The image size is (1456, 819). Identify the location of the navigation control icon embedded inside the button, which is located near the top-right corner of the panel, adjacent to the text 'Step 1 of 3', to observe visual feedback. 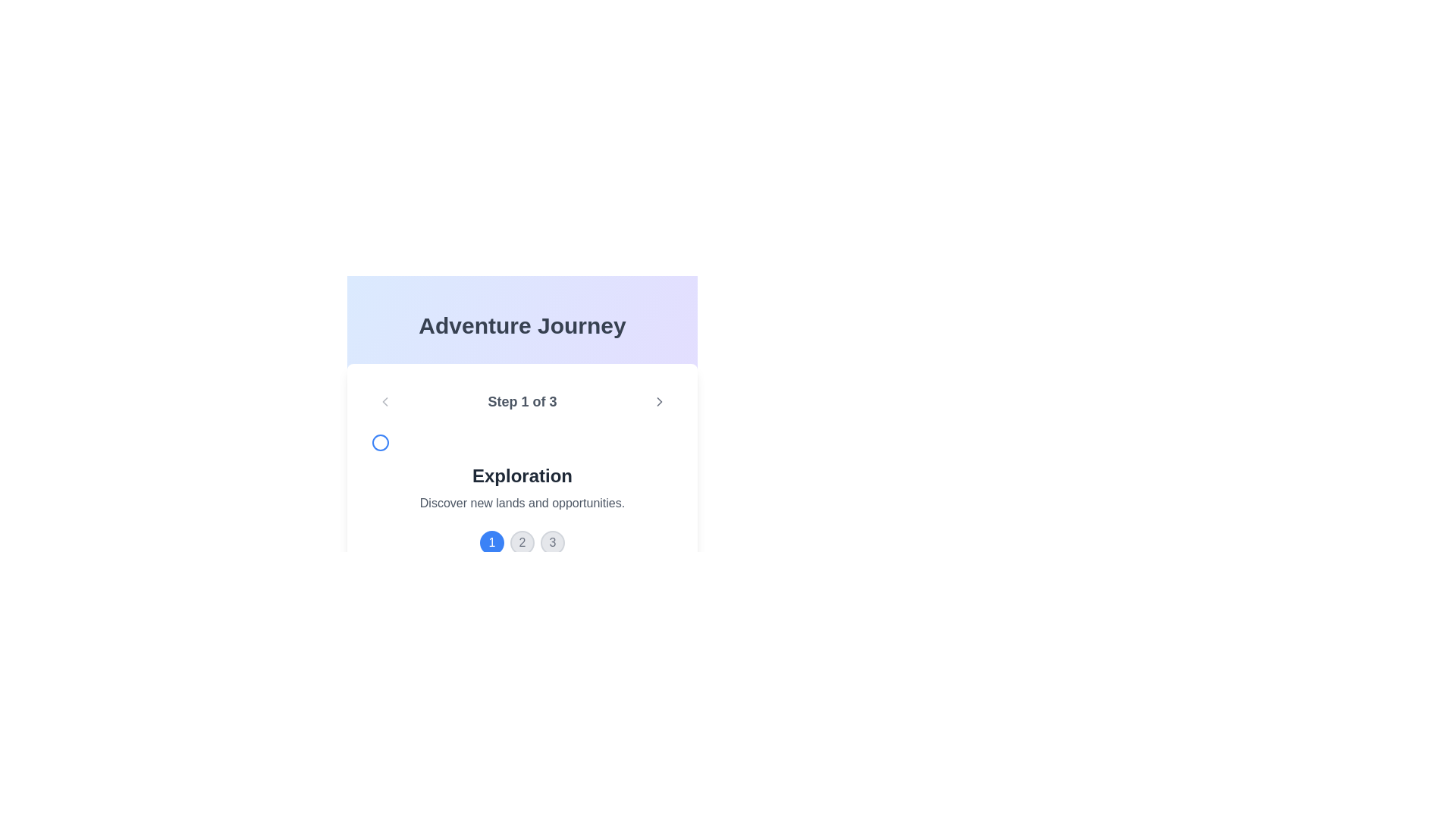
(659, 400).